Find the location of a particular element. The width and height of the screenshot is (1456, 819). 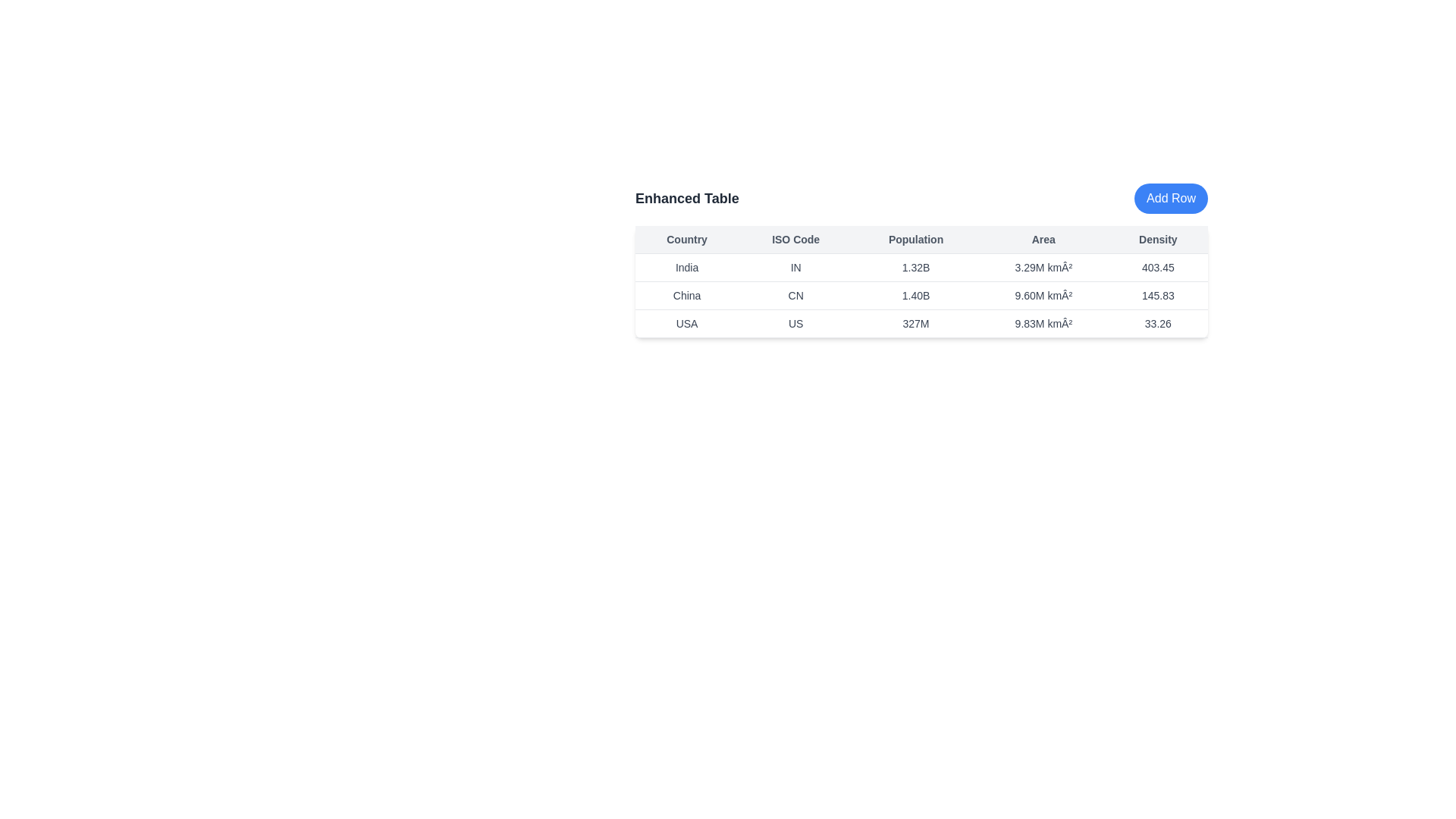

displayed data in the third row of the 'Enhanced Table', which contains attributes like population and area for the USA, located below the rows for India and China is located at coordinates (921, 323).